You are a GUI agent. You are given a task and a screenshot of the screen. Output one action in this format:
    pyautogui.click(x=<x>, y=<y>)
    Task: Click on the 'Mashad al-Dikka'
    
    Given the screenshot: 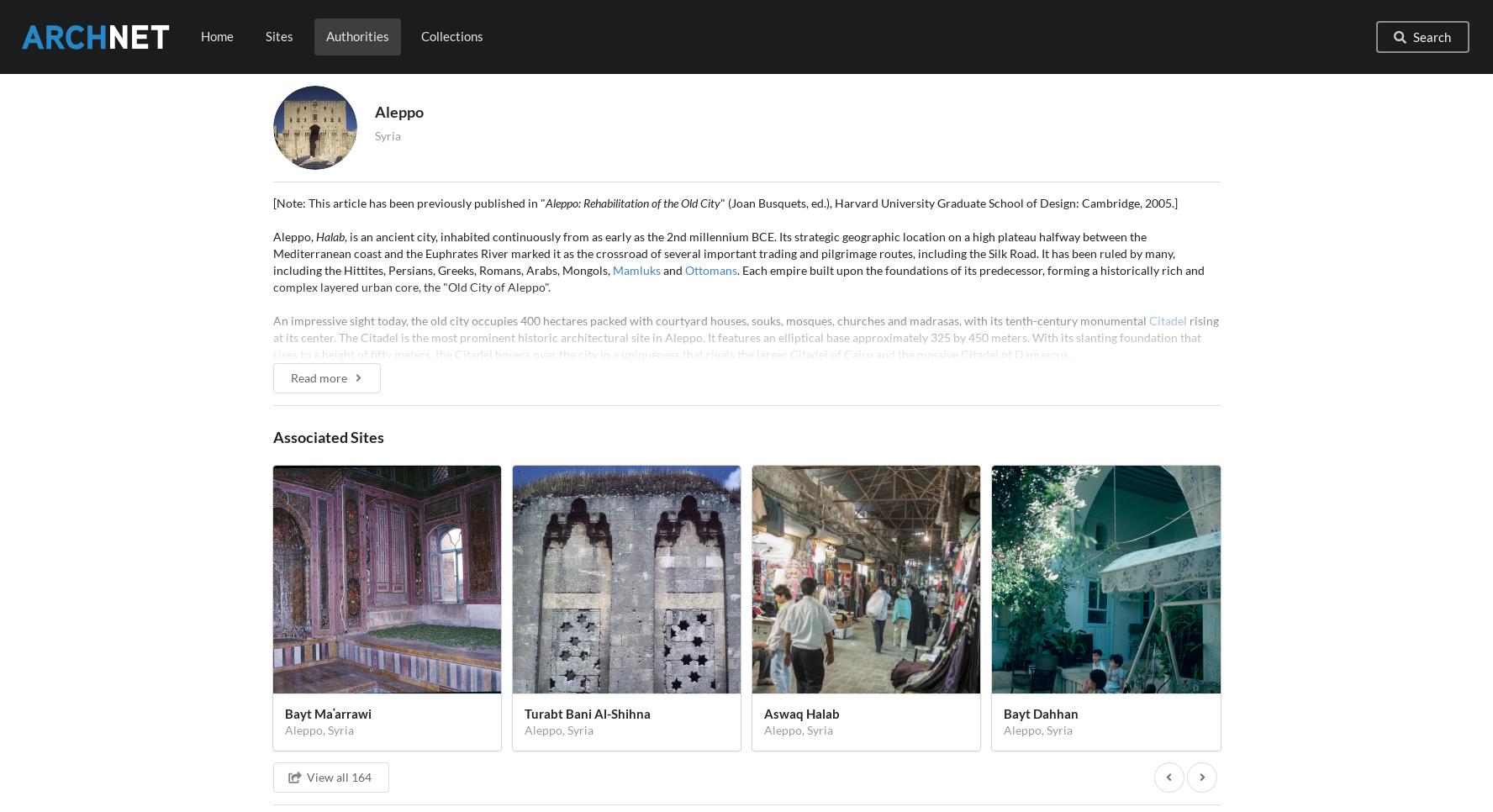 What is the action you would take?
    pyautogui.click(x=428, y=772)
    